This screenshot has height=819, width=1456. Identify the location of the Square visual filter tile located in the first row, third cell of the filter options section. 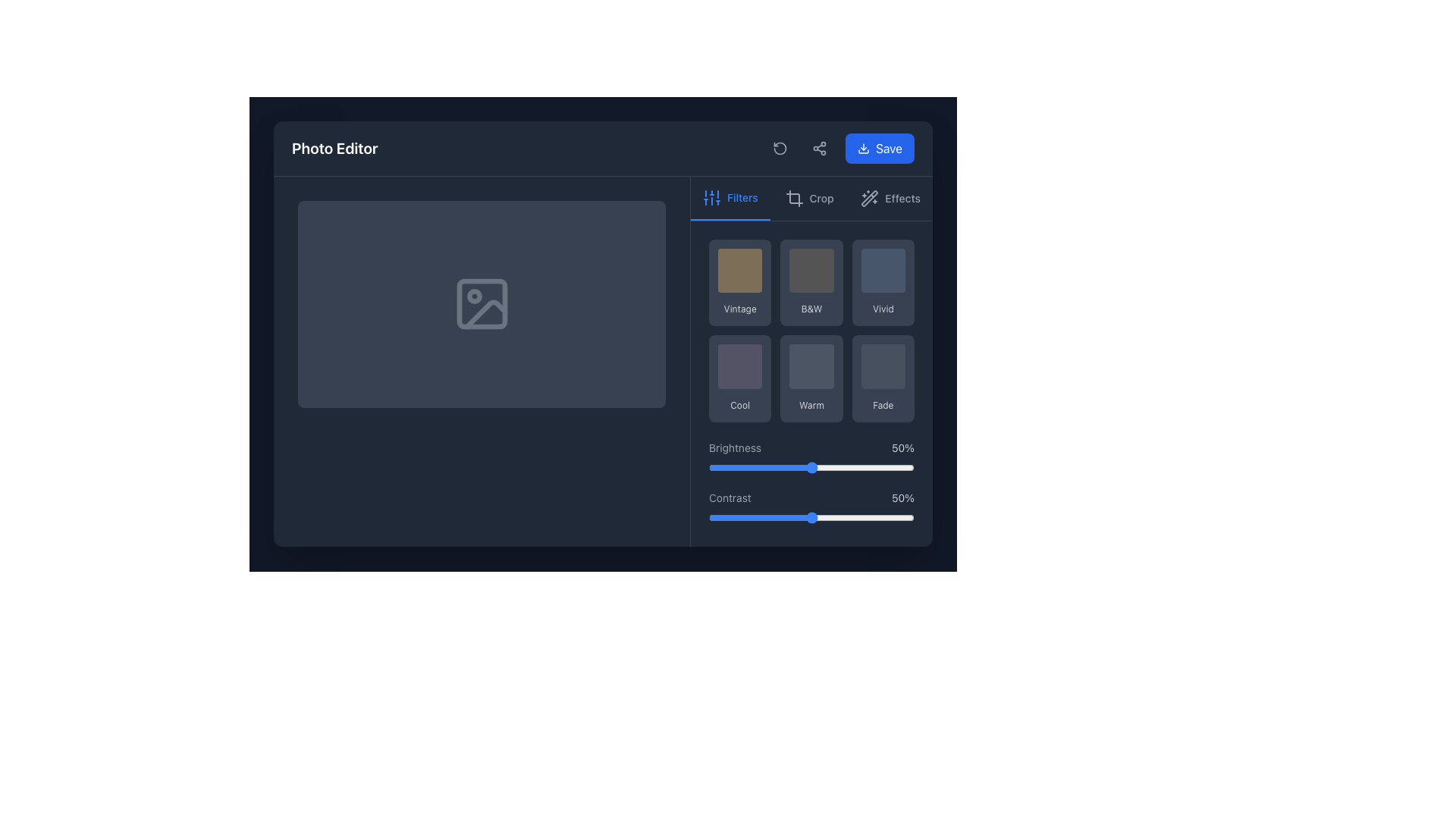
(883, 270).